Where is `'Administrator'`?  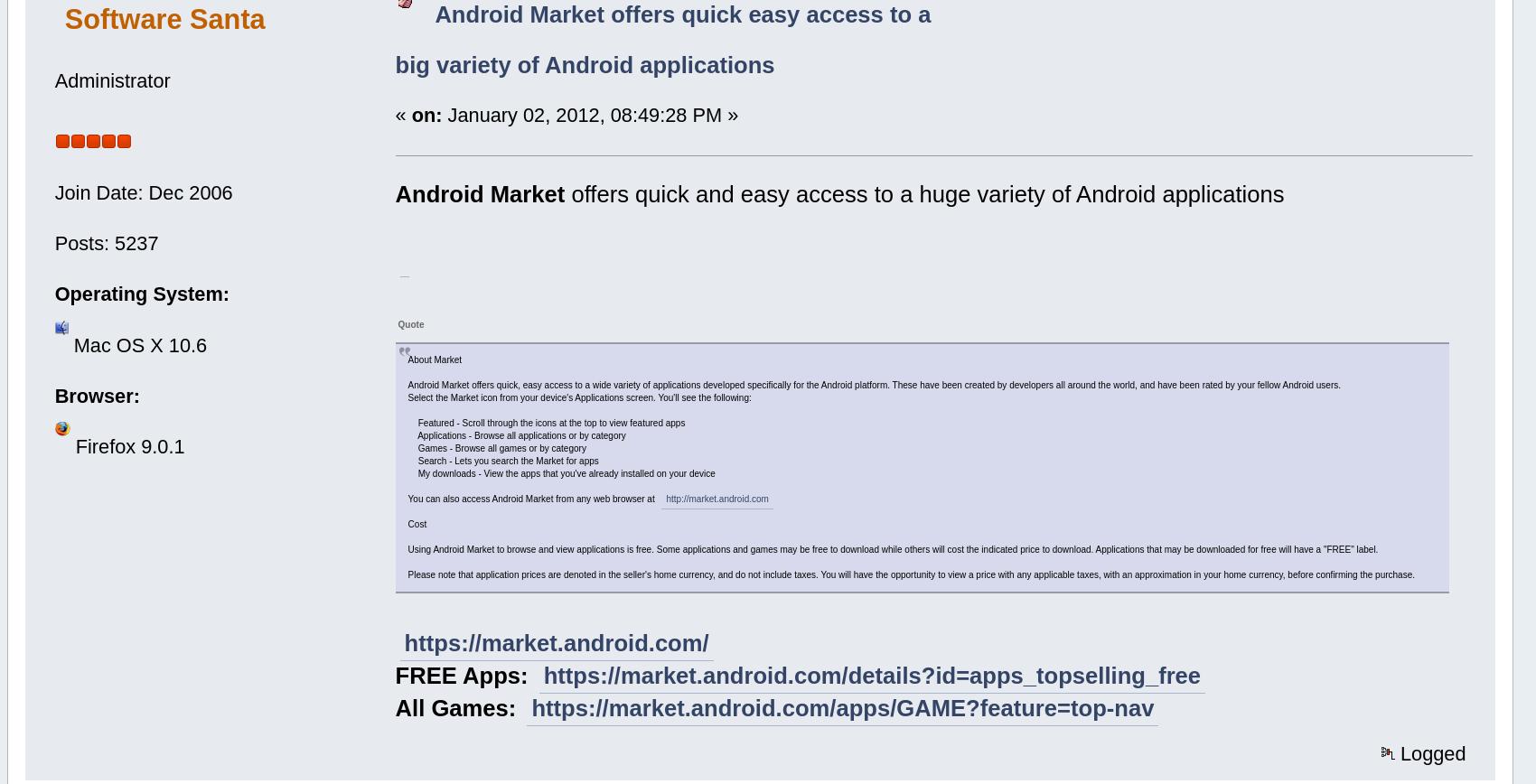
'Administrator' is located at coordinates (110, 80).